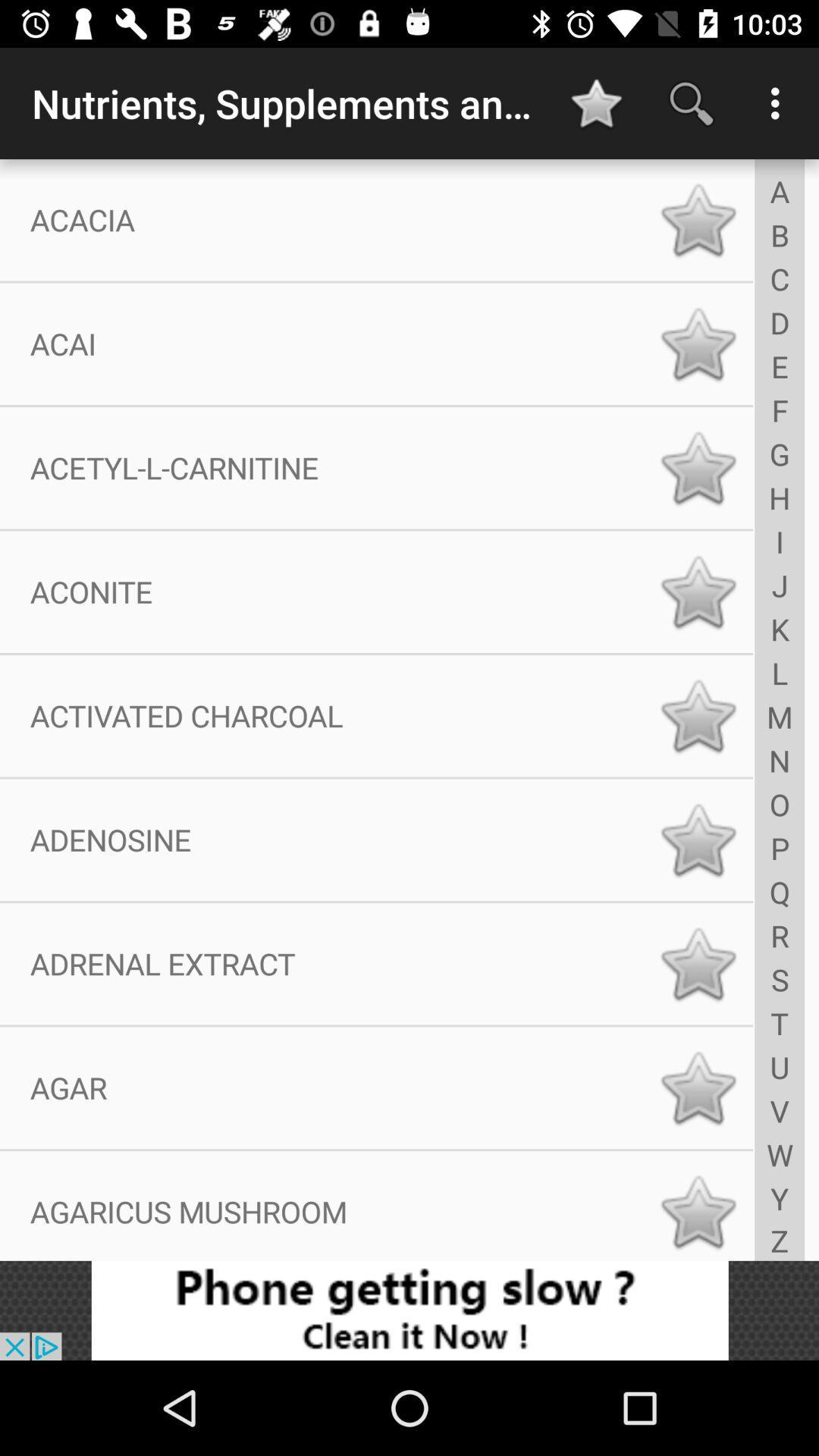 This screenshot has height=1456, width=819. I want to click on choose selection, so click(698, 467).